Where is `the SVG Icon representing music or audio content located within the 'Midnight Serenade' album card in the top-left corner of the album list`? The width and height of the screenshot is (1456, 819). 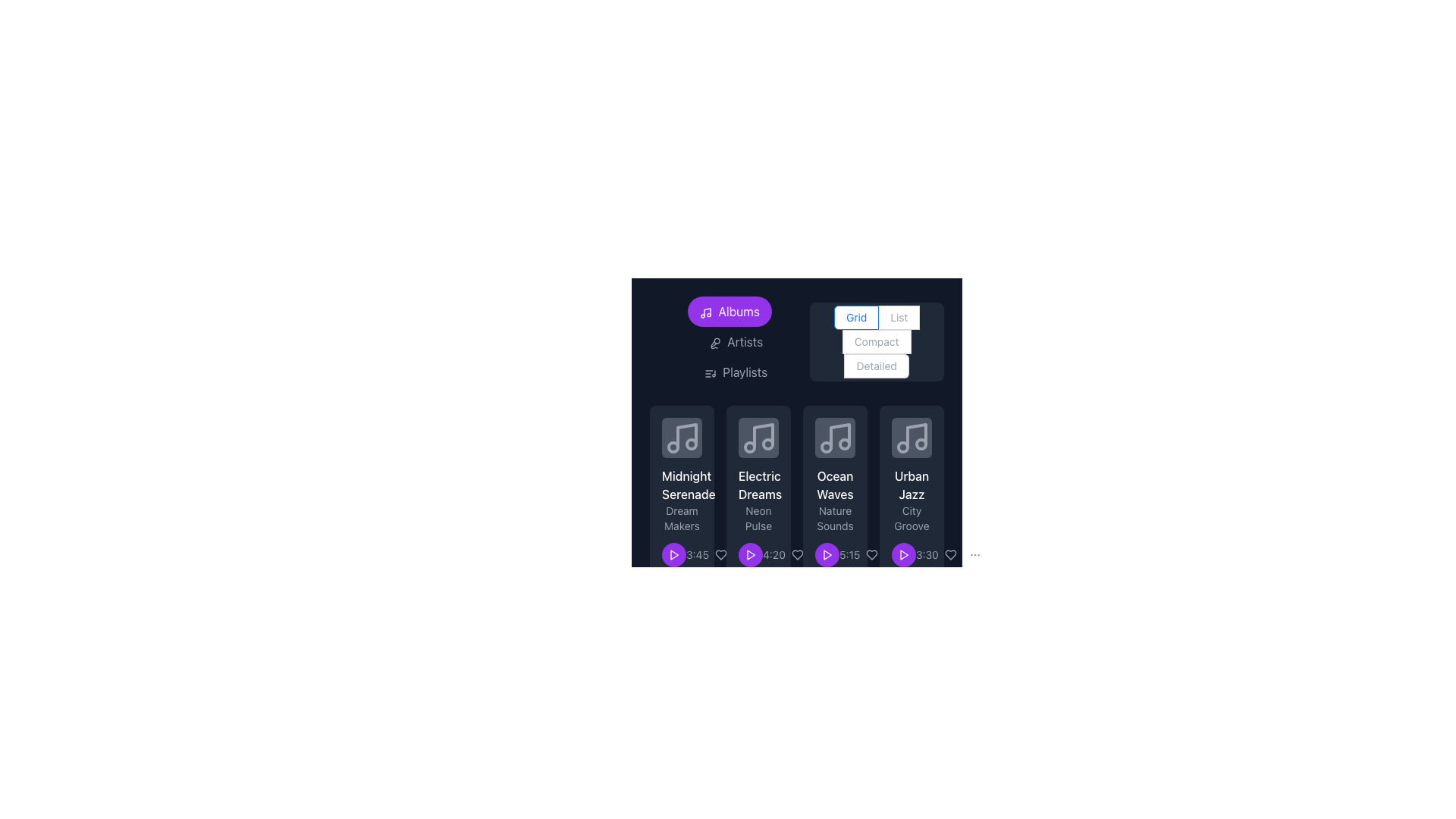
the SVG Icon representing music or audio content located within the 'Midnight Serenade' album card in the top-left corner of the album list is located at coordinates (681, 438).